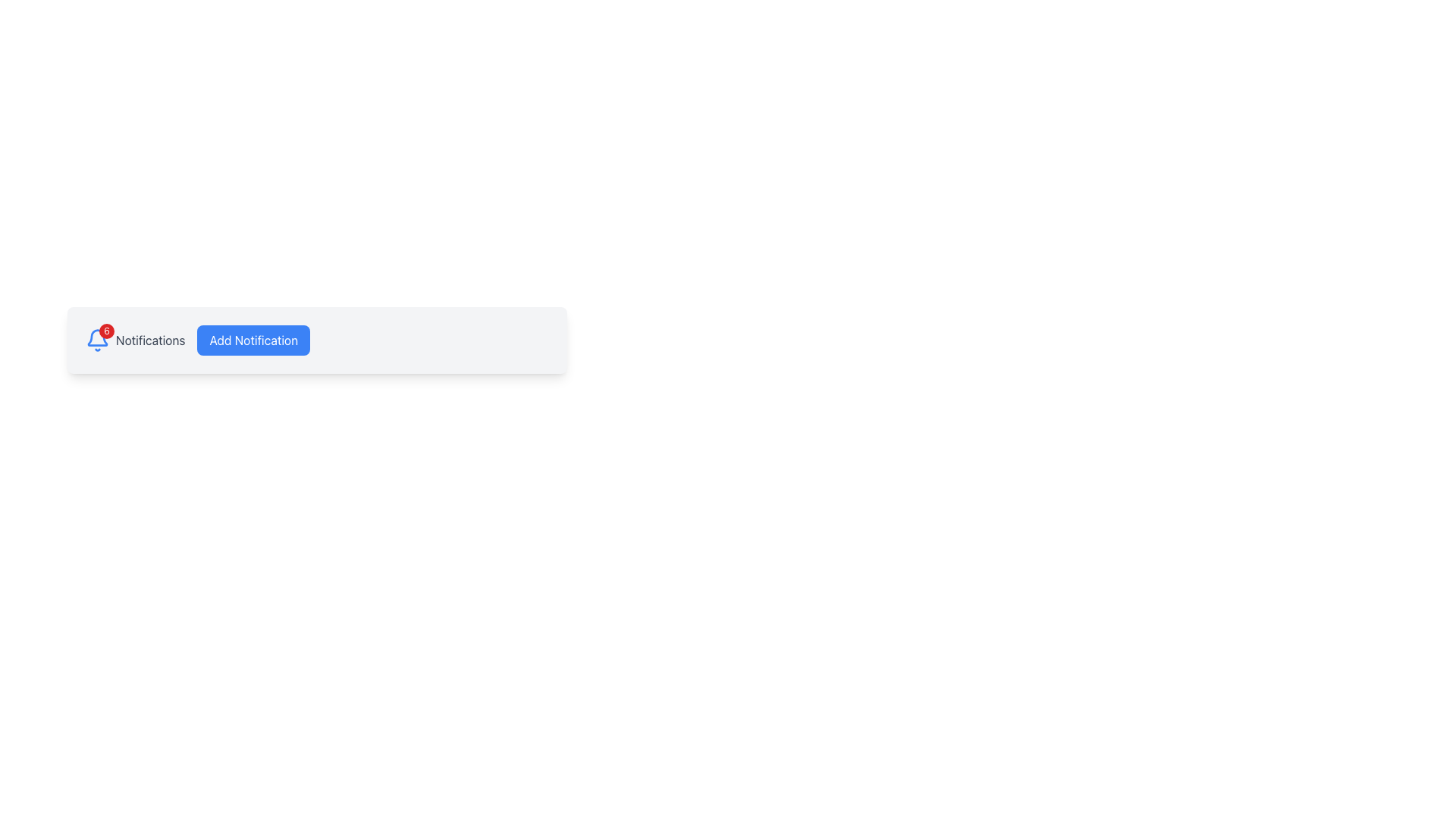  What do you see at coordinates (105, 330) in the screenshot?
I see `the small circular badge with a red background and white text displaying the number '6', which is positioned at the top-right corner of the notification bell icon` at bounding box center [105, 330].